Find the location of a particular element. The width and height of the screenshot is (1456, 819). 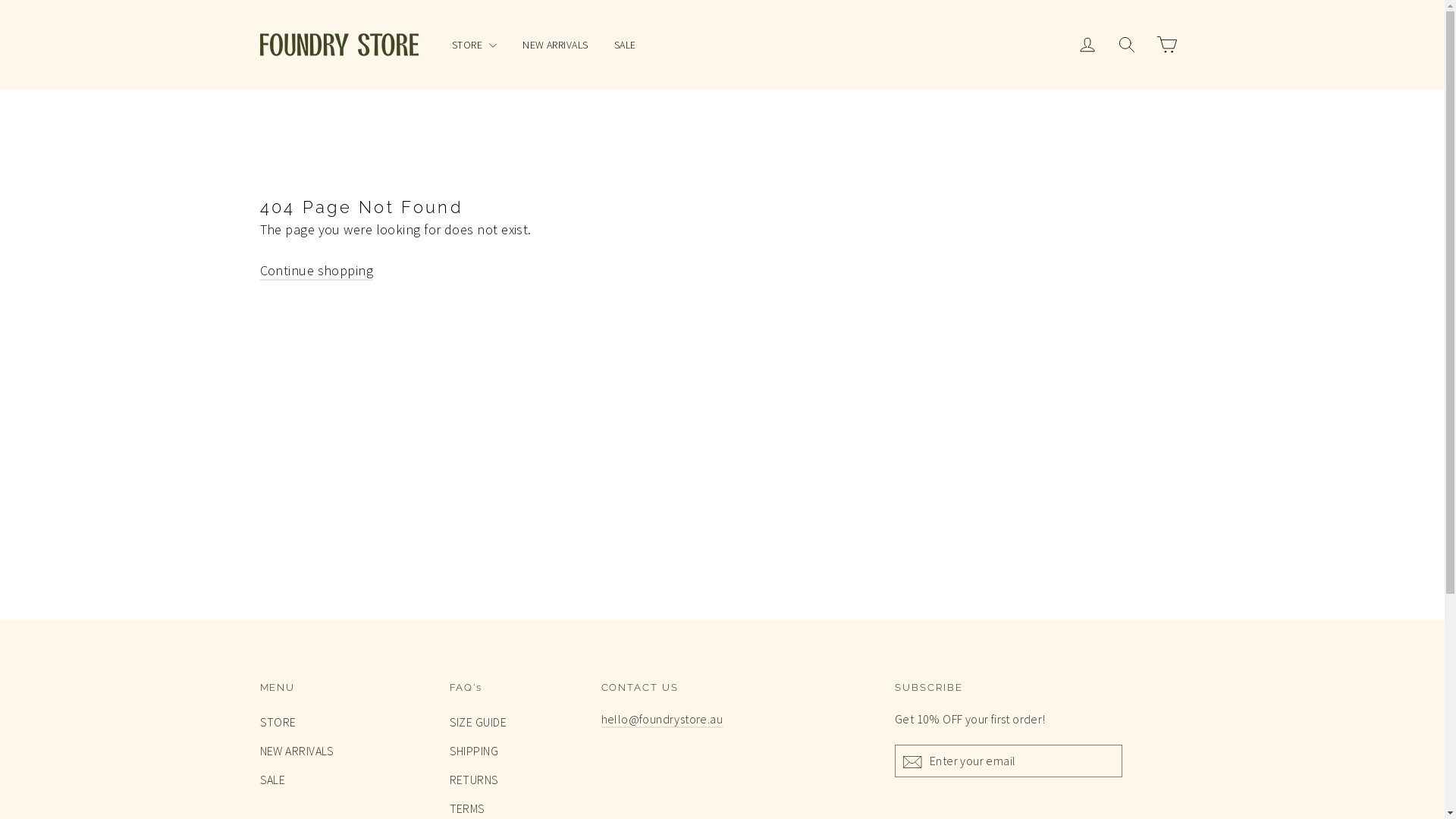

'SIZE GUIDE' is located at coordinates (513, 721).